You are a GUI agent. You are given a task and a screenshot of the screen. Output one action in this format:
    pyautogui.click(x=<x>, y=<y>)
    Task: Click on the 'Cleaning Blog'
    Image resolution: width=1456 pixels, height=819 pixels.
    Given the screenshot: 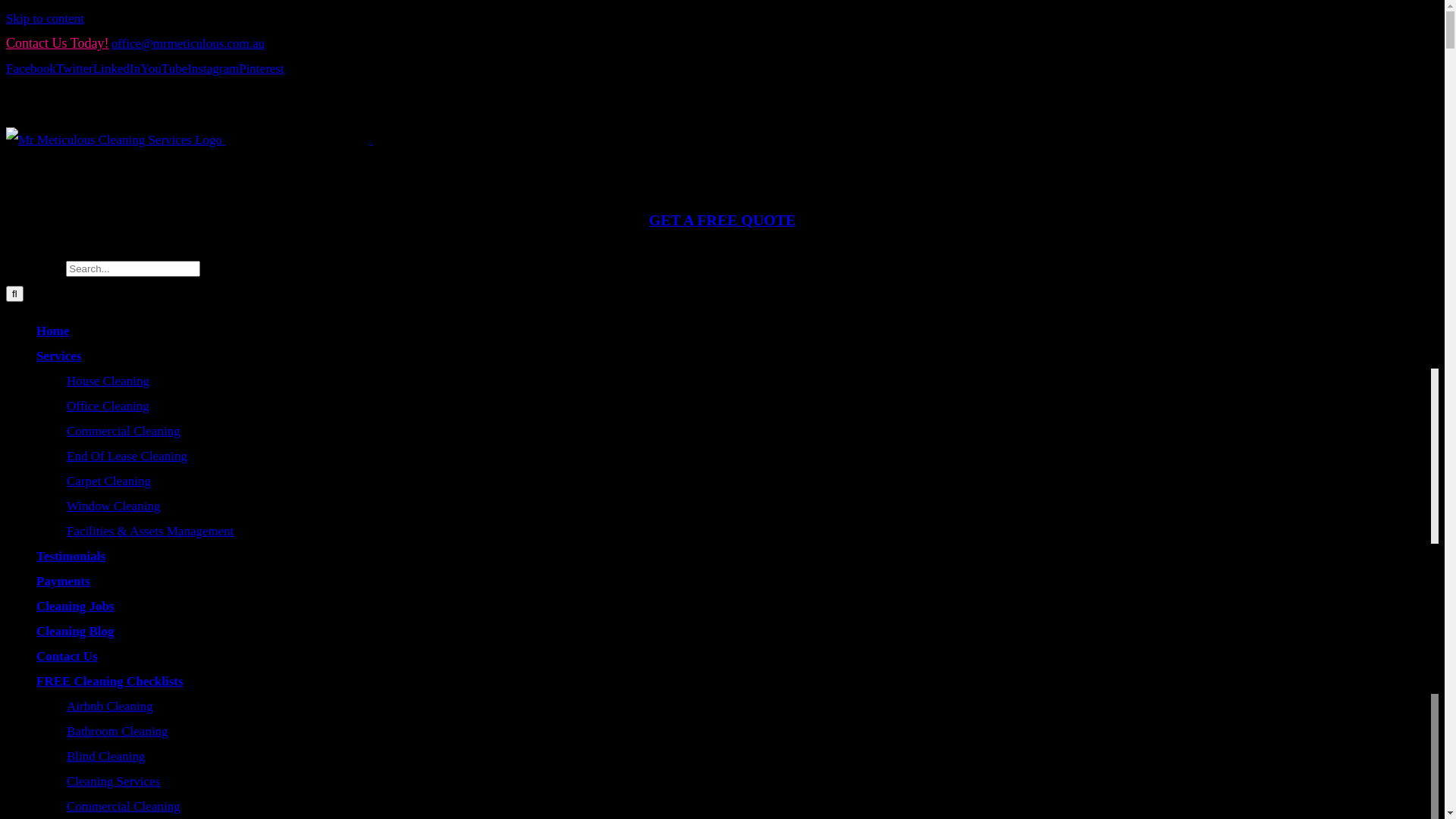 What is the action you would take?
    pyautogui.click(x=36, y=631)
    